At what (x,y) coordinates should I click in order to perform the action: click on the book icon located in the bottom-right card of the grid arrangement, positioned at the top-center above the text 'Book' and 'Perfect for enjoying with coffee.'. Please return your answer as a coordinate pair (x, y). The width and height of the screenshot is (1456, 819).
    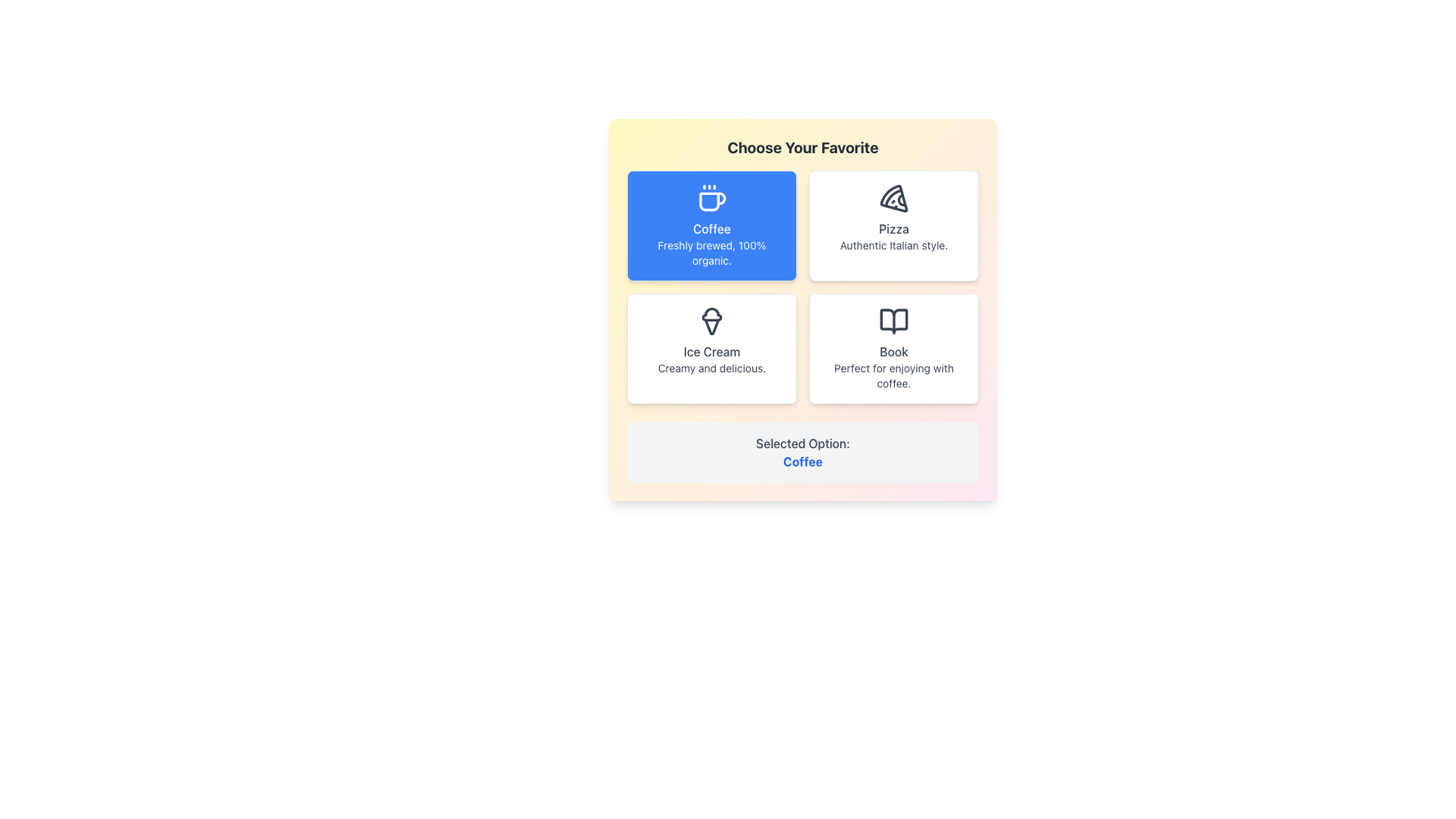
    Looking at the image, I should click on (894, 321).